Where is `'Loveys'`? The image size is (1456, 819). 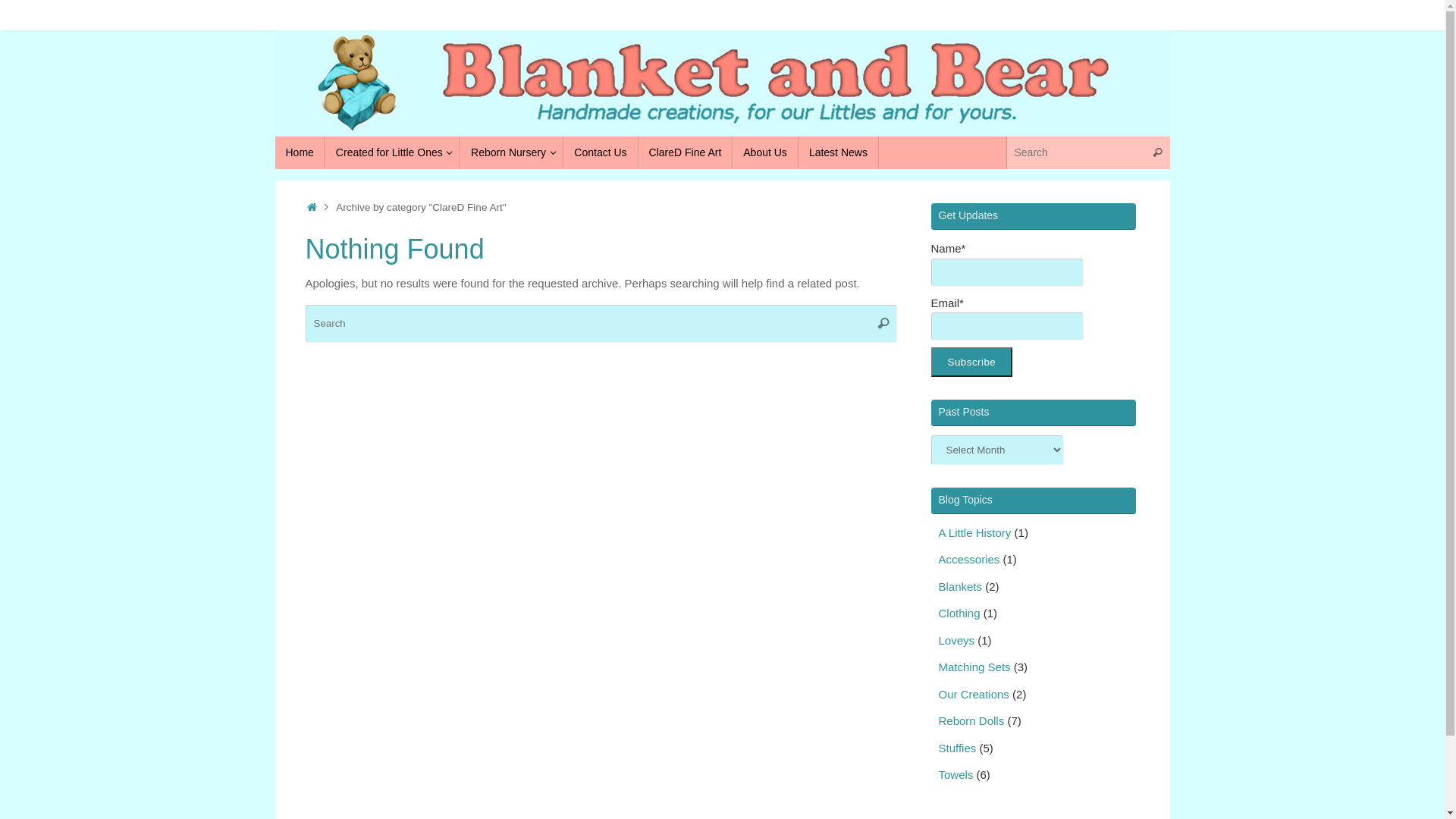 'Loveys' is located at coordinates (956, 640).